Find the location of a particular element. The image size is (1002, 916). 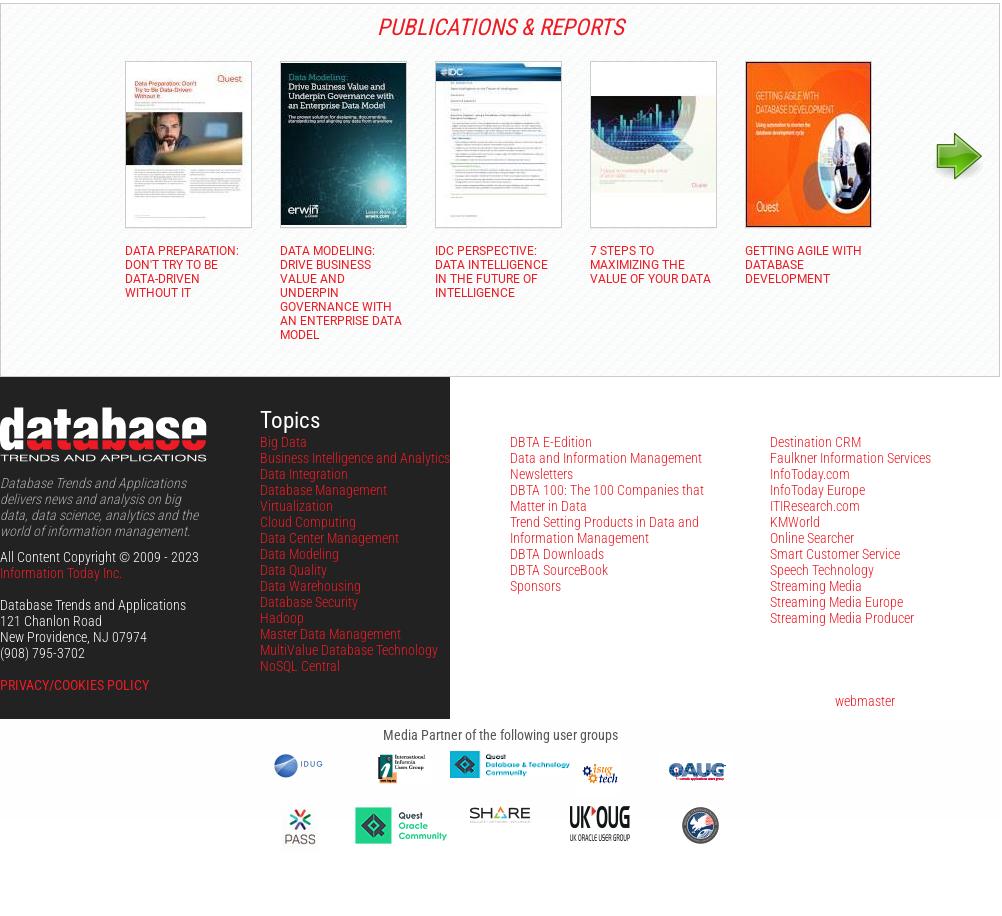

'Destination CRM' is located at coordinates (814, 440).